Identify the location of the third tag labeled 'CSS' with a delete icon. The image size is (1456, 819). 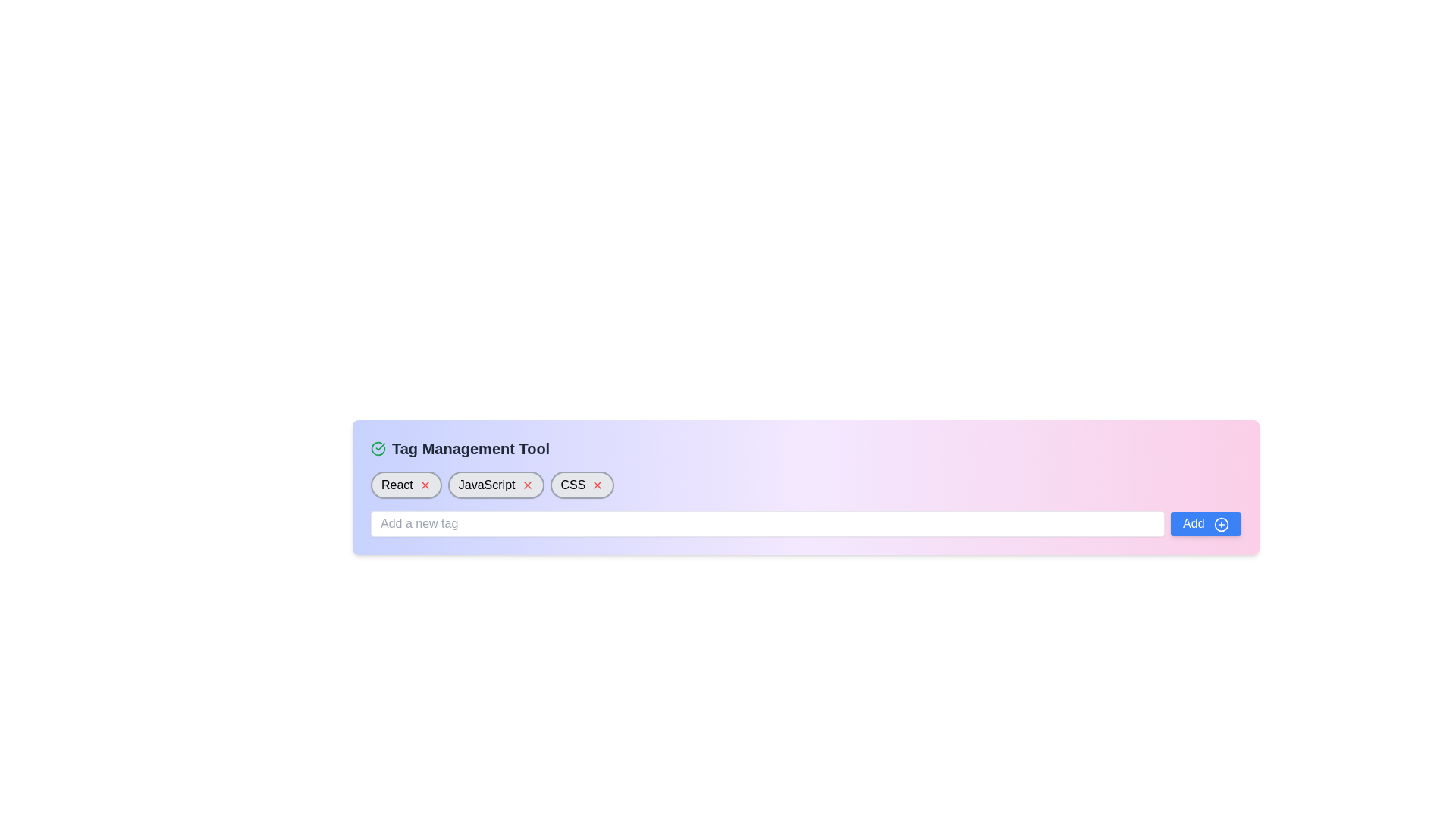
(582, 485).